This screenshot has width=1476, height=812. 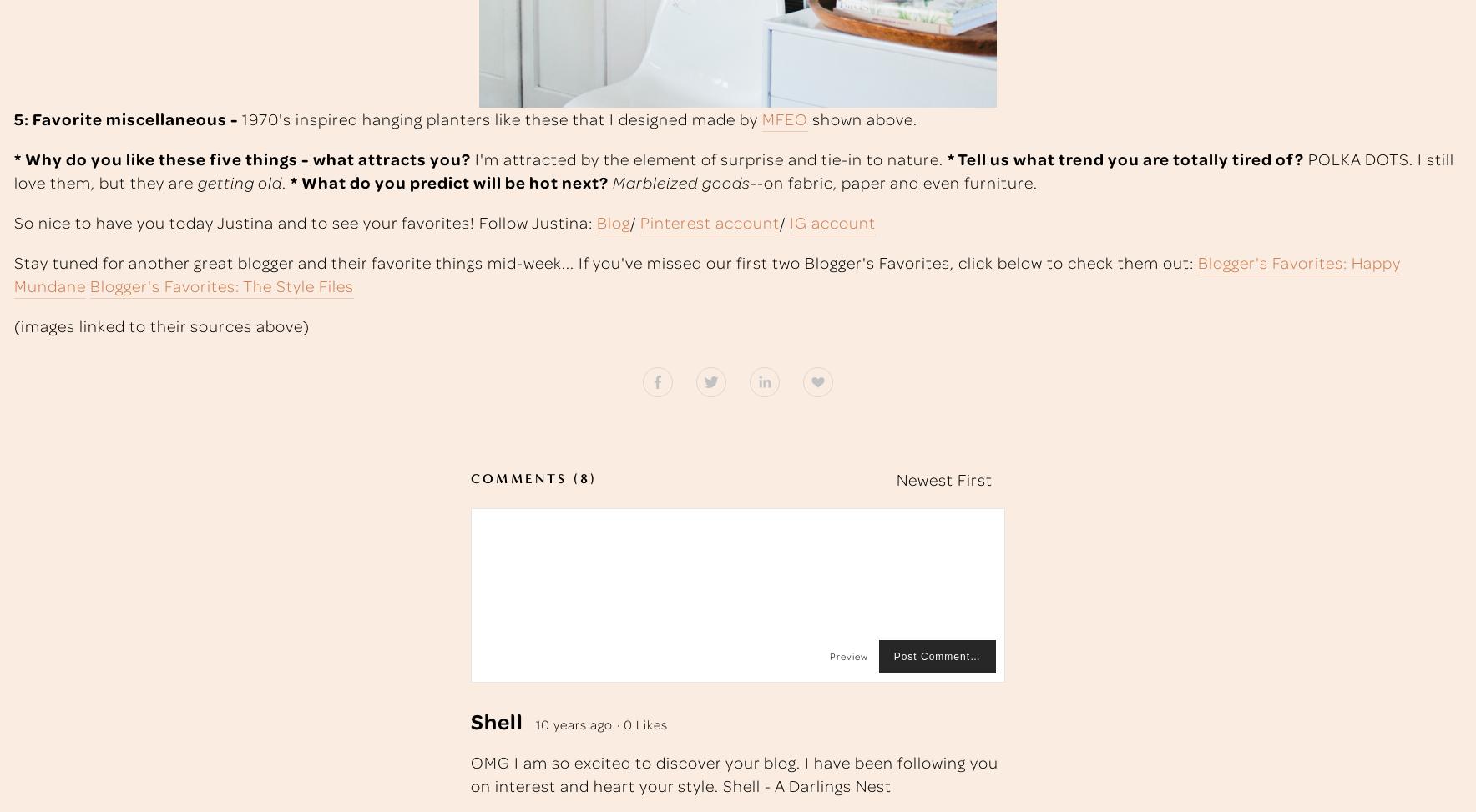 What do you see at coordinates (734, 772) in the screenshot?
I see `'OMG I am so excited to discover your blog.  I have been following you on interest and heart your style.  Shell - A Darlings Nest'` at bounding box center [734, 772].